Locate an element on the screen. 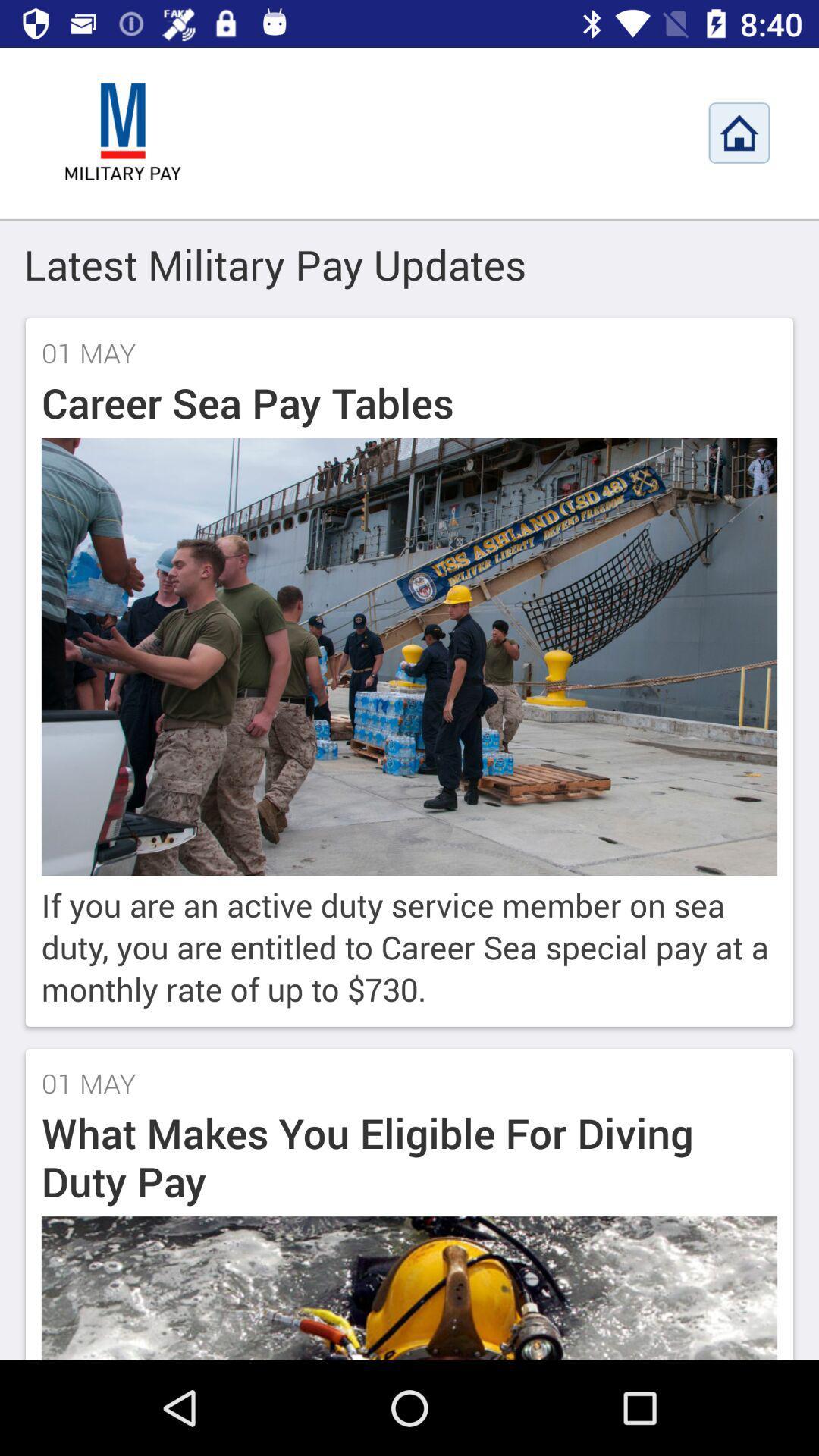 This screenshot has height=1456, width=819. main page is located at coordinates (122, 133).